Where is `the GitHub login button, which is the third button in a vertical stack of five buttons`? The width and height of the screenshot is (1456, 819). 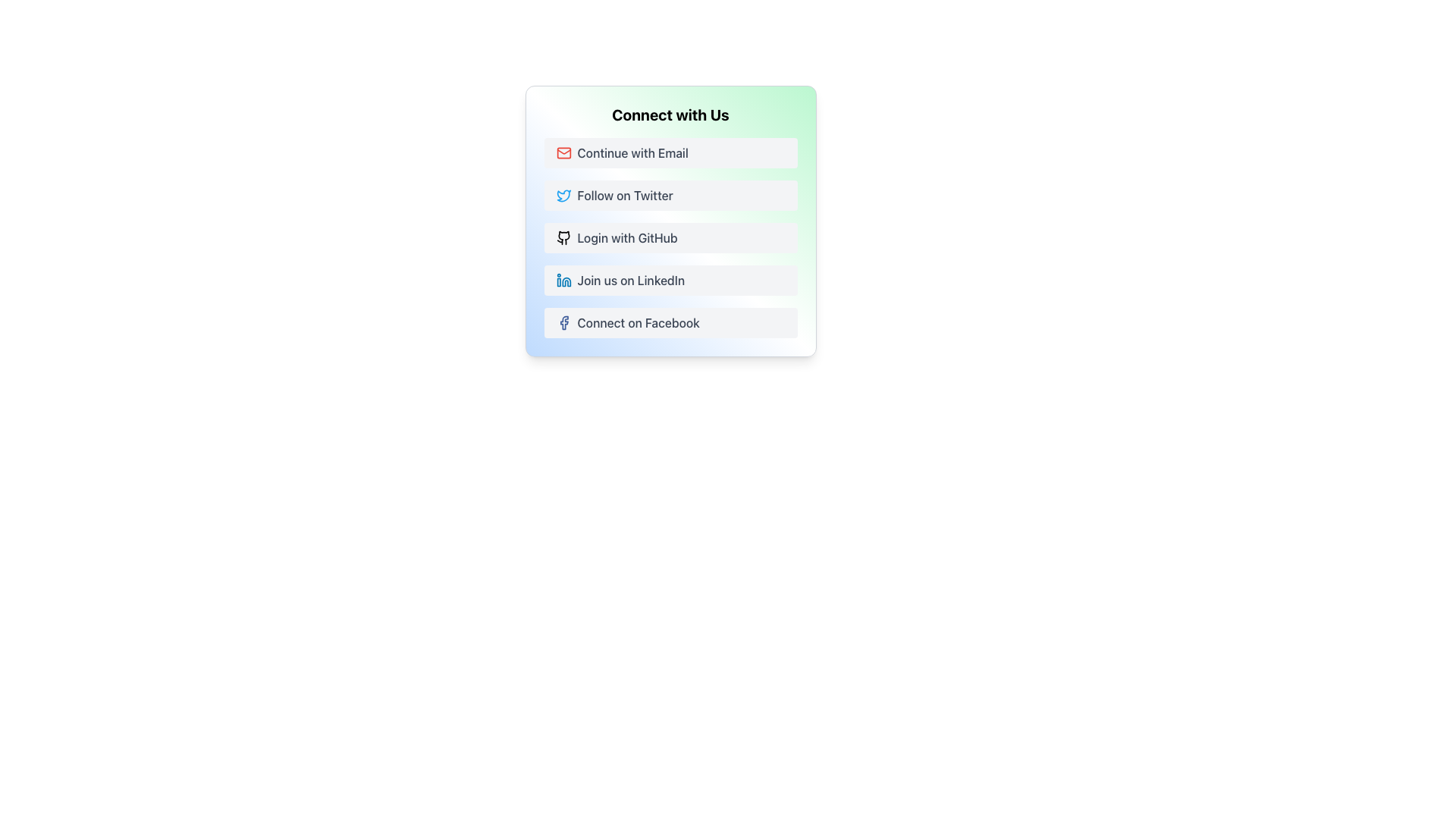
the GitHub login button, which is the third button in a vertical stack of five buttons is located at coordinates (670, 221).